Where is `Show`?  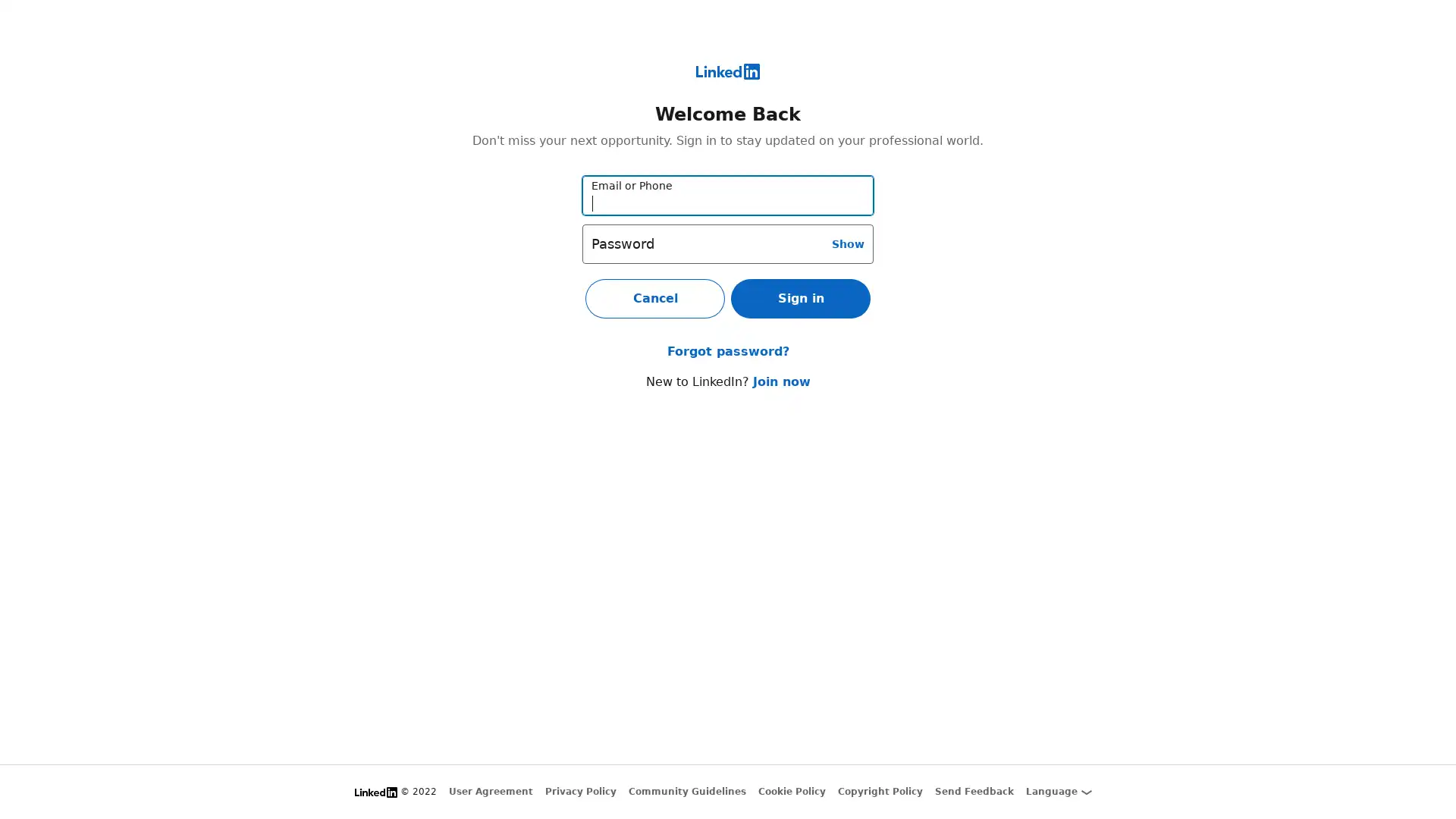 Show is located at coordinates (847, 242).